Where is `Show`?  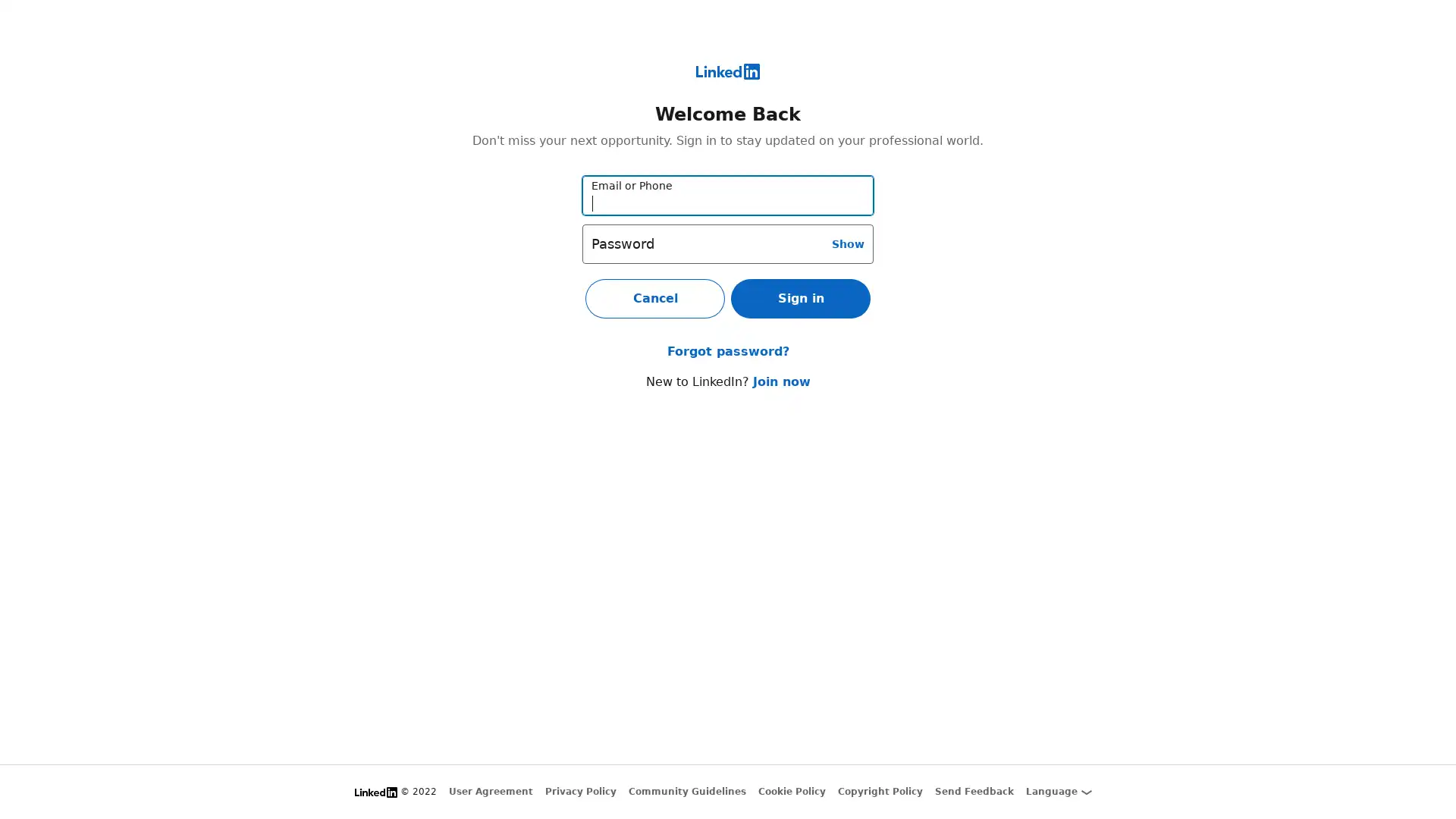 Show is located at coordinates (847, 242).